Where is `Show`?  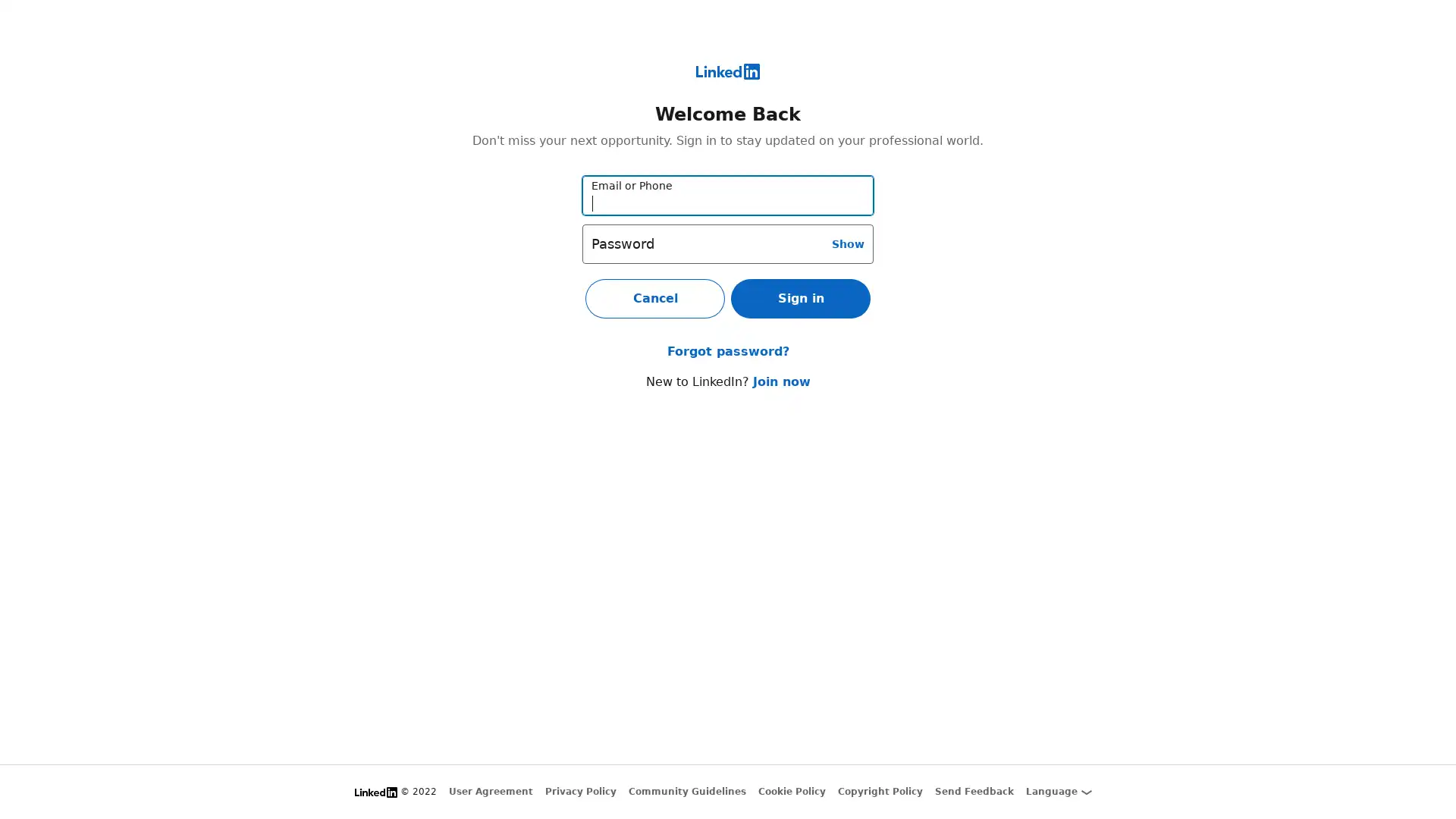 Show is located at coordinates (847, 242).